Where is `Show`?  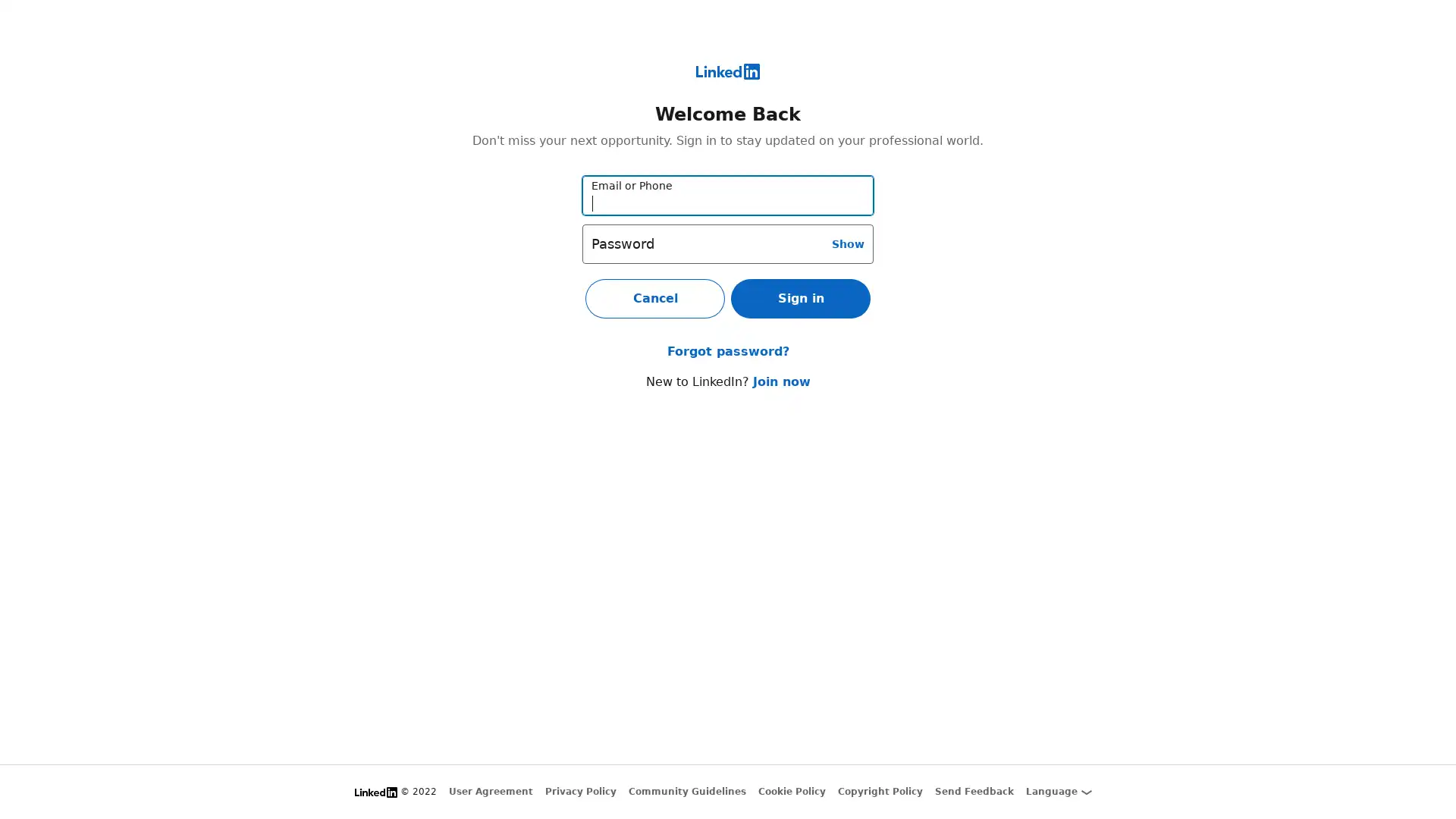 Show is located at coordinates (847, 242).